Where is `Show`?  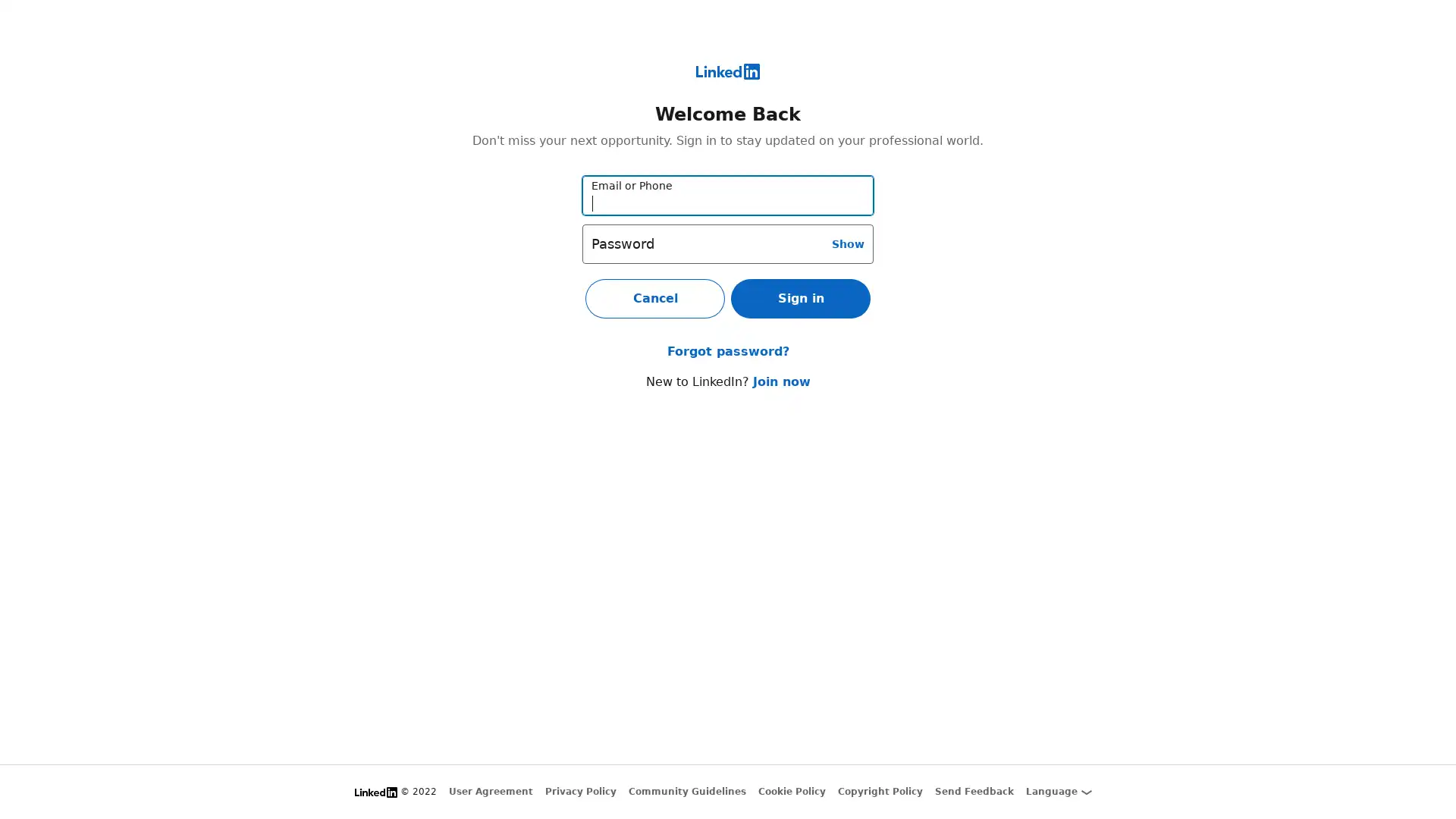 Show is located at coordinates (847, 242).